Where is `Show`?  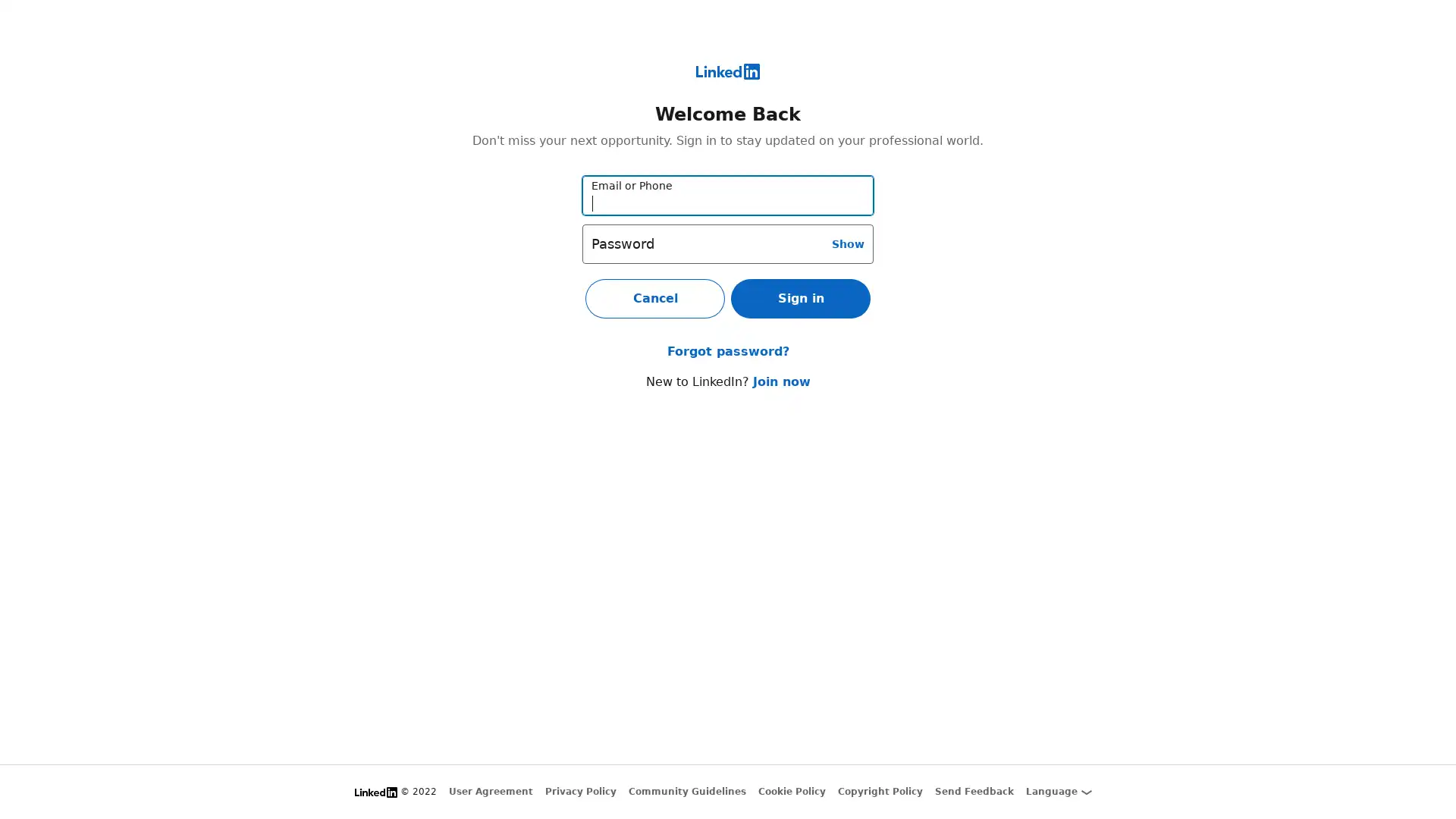 Show is located at coordinates (847, 242).